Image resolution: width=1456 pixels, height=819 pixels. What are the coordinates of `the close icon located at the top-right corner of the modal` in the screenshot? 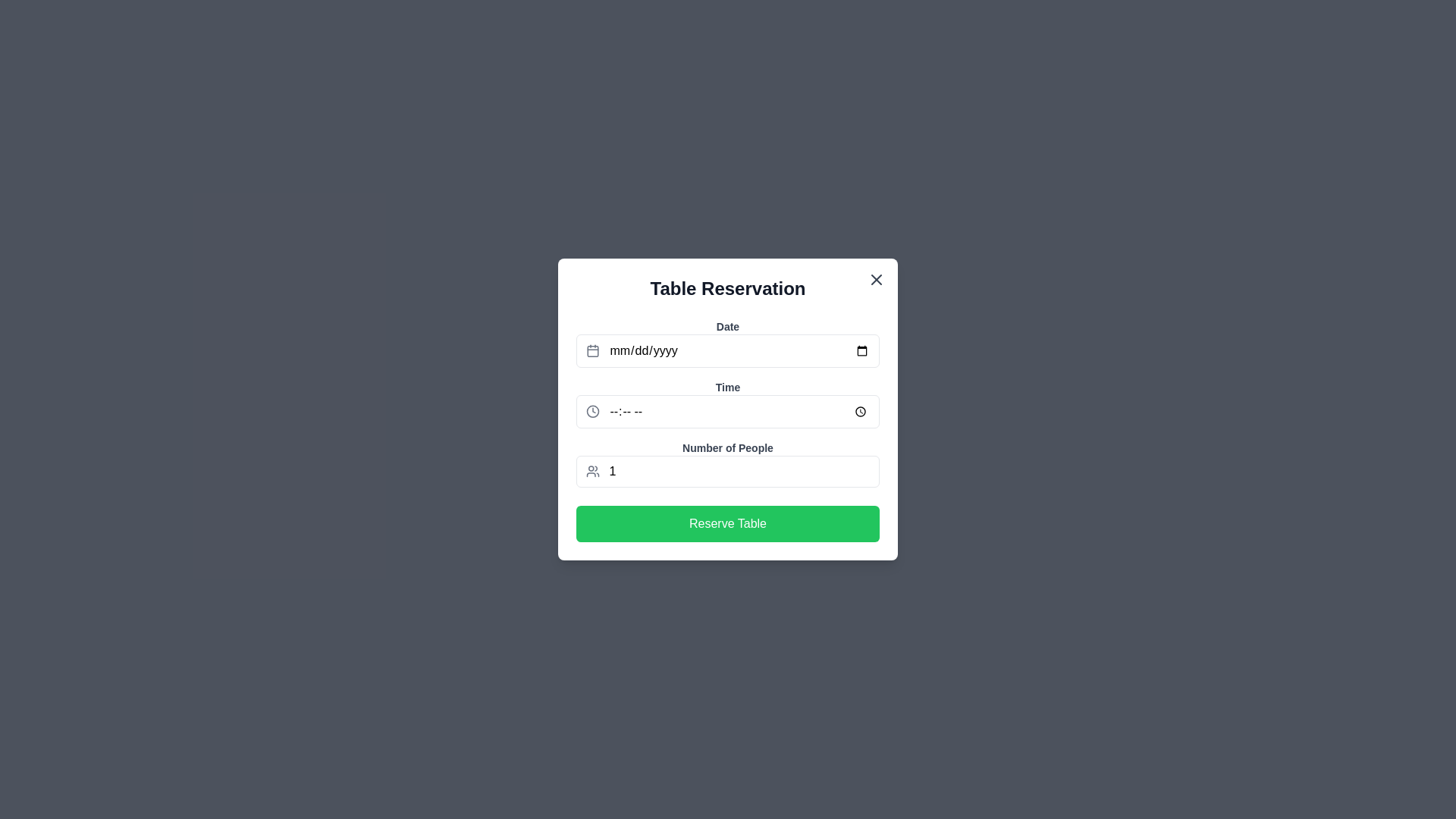 It's located at (877, 280).